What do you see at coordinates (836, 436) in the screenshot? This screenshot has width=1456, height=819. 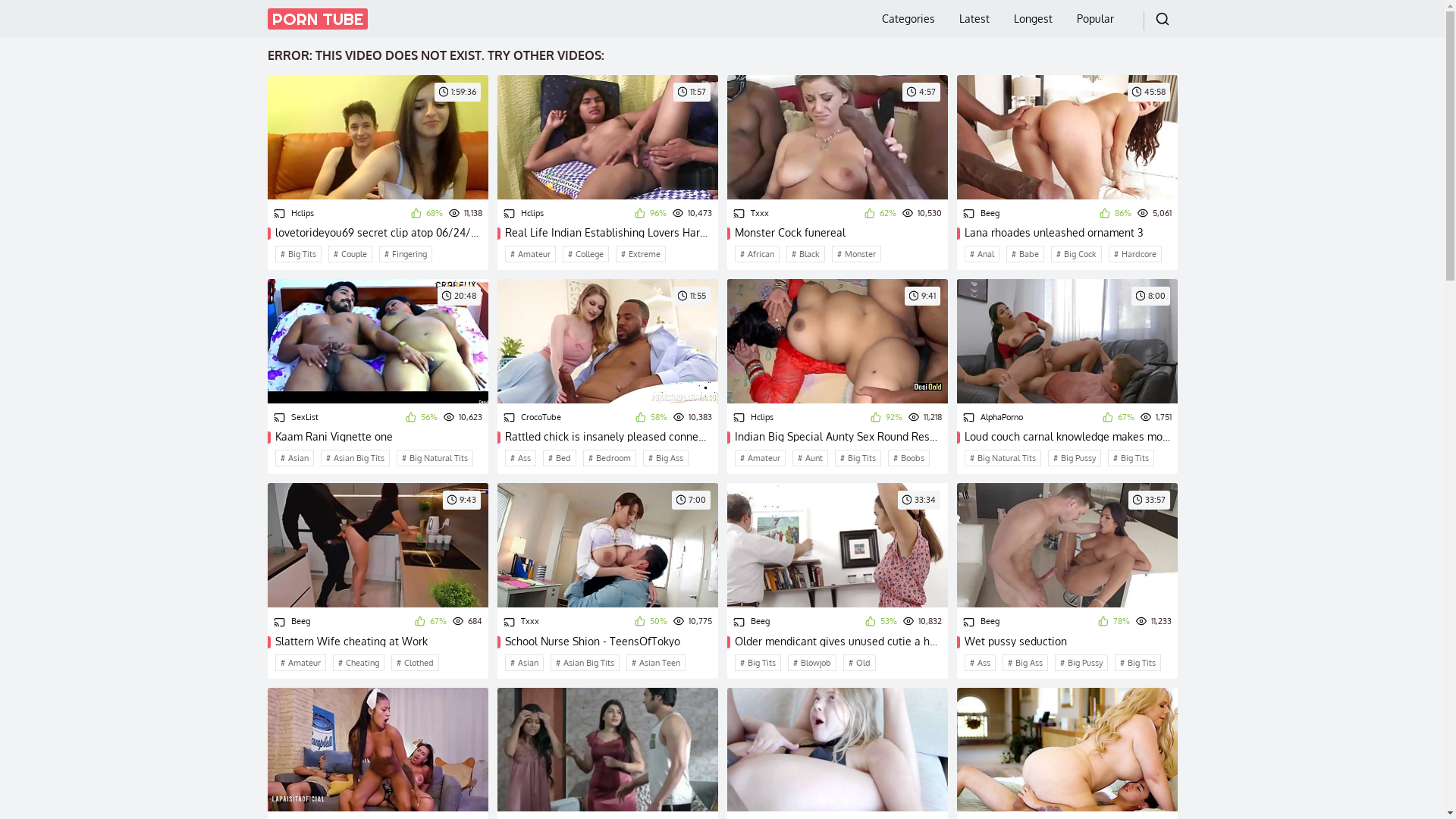 I see `'Indian Big Special Aunty Sex Round Resort'` at bounding box center [836, 436].